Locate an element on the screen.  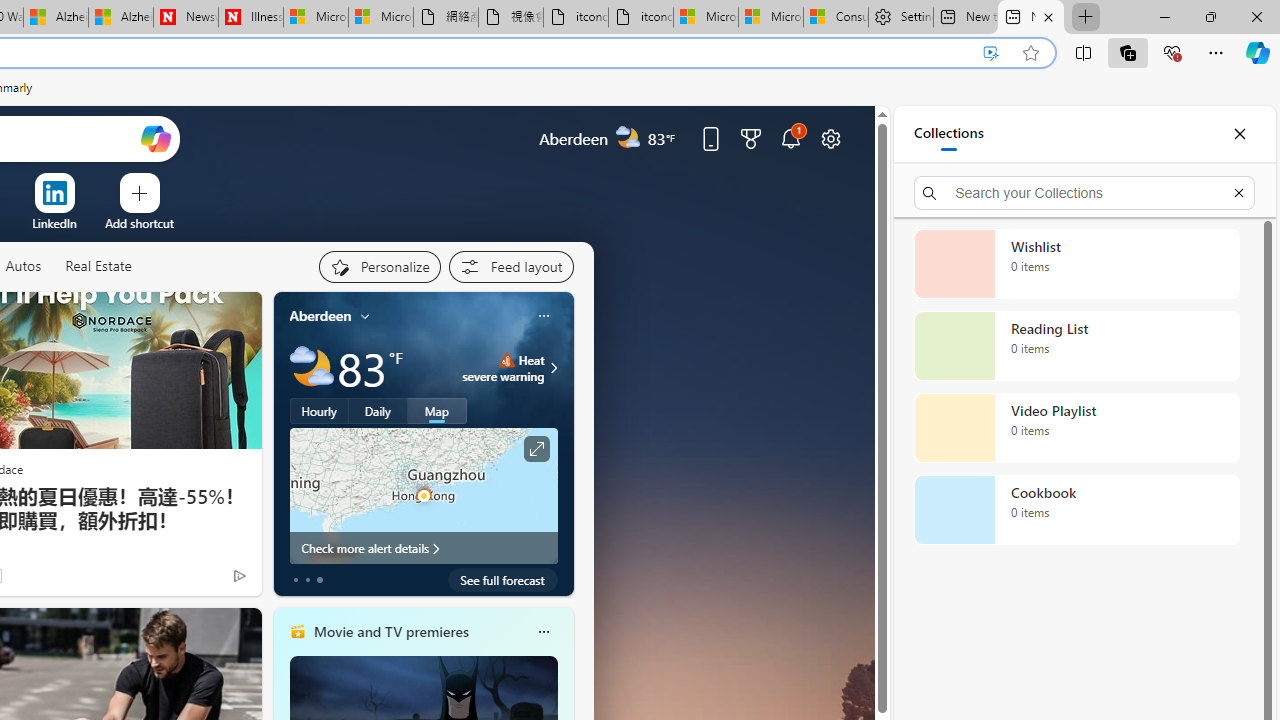
'Consumer Health Data Privacy Policy' is located at coordinates (835, 17).